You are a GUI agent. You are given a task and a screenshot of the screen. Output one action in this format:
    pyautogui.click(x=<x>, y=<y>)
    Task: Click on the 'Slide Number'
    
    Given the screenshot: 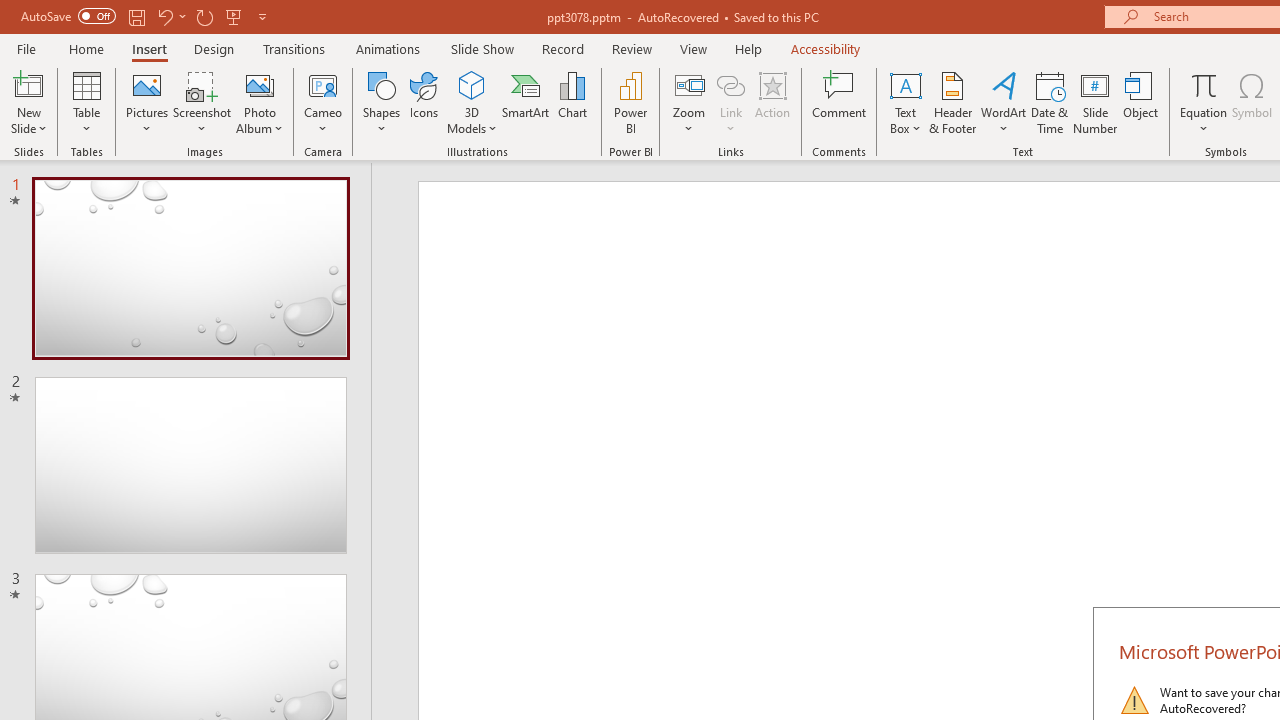 What is the action you would take?
    pyautogui.click(x=1094, y=103)
    